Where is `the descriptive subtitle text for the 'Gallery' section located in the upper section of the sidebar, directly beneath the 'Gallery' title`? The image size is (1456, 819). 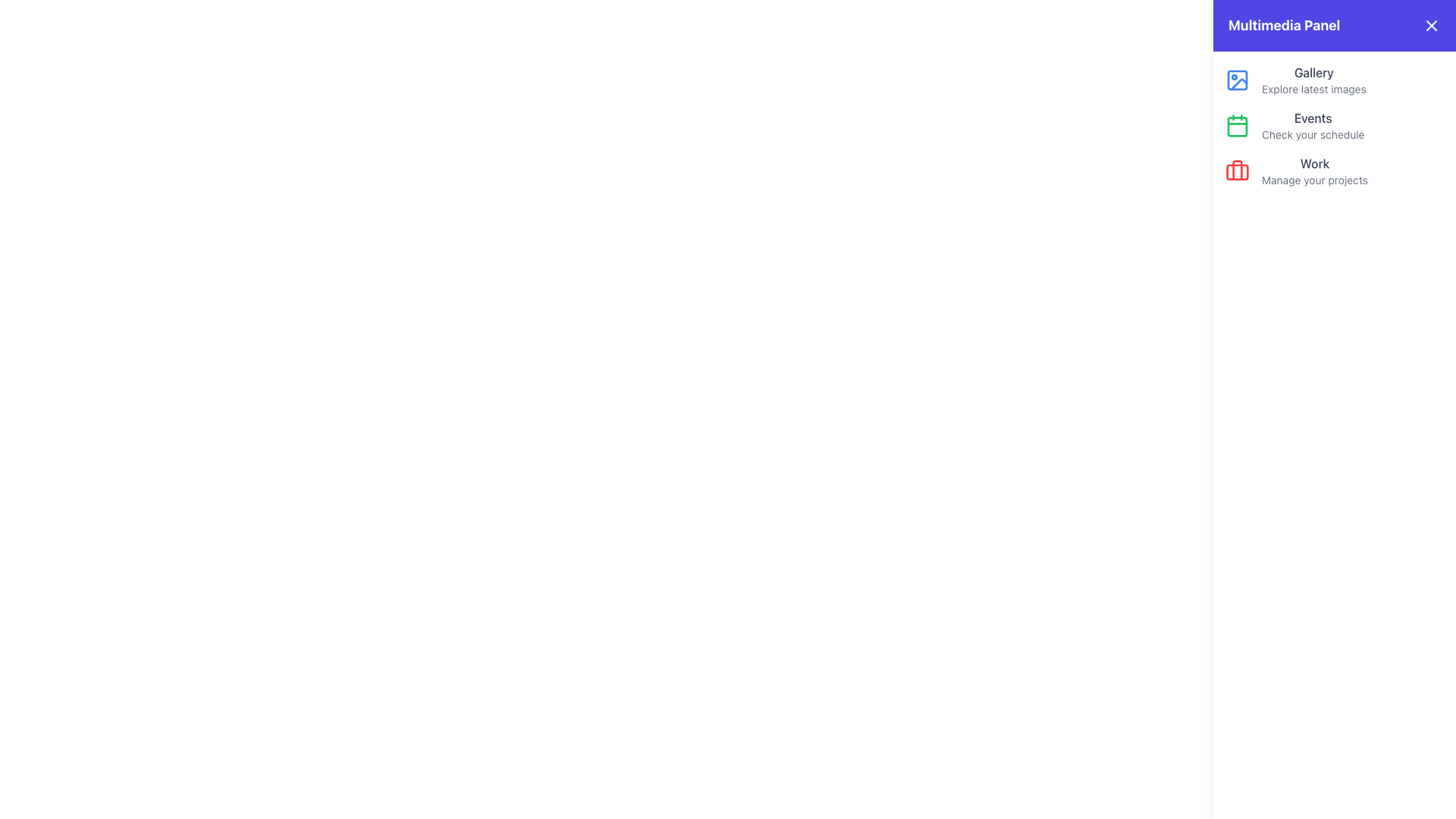 the descriptive subtitle text for the 'Gallery' section located in the upper section of the sidebar, directly beneath the 'Gallery' title is located at coordinates (1313, 89).